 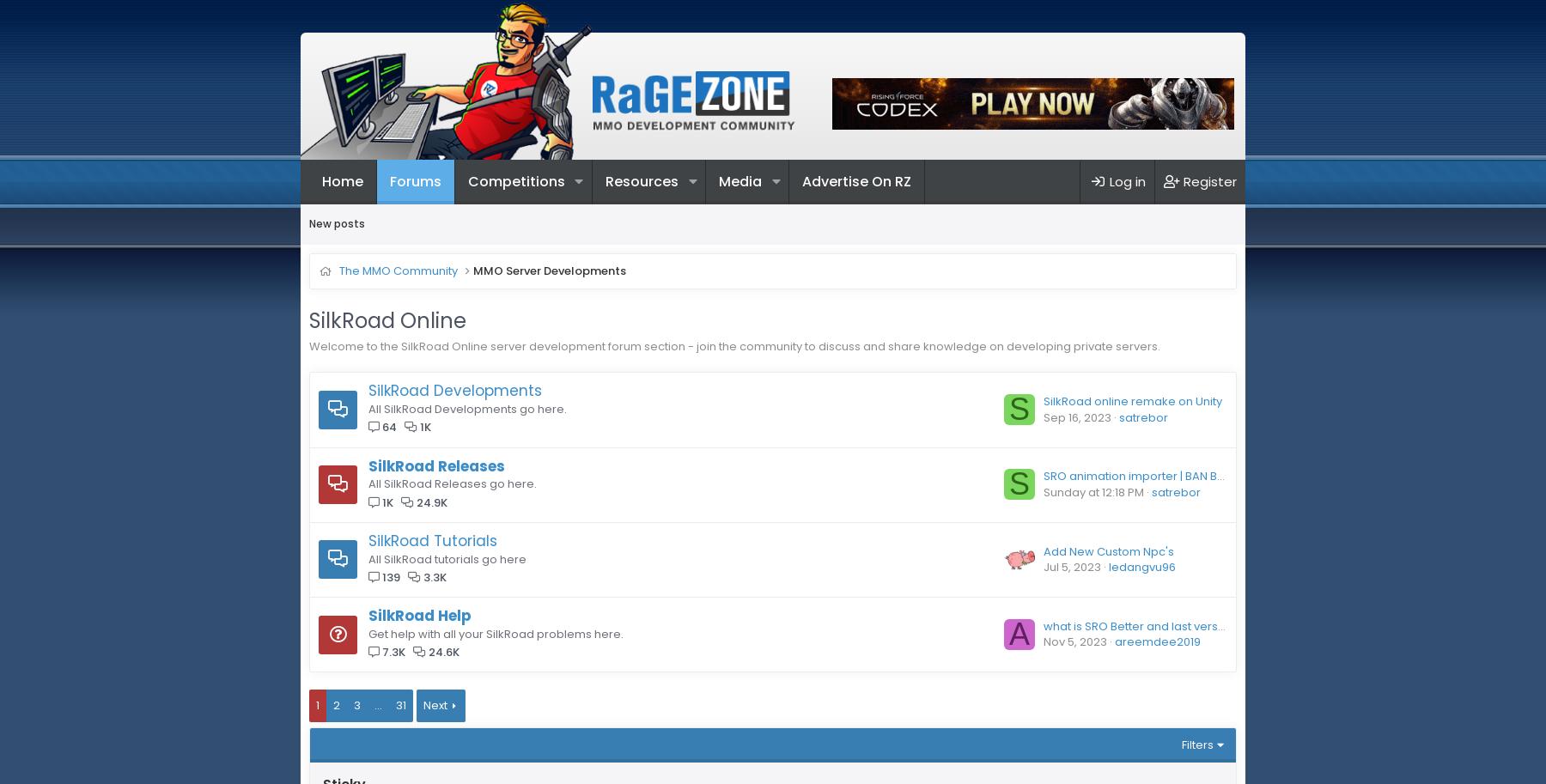 I want to click on '24.6K', so click(x=442, y=651).